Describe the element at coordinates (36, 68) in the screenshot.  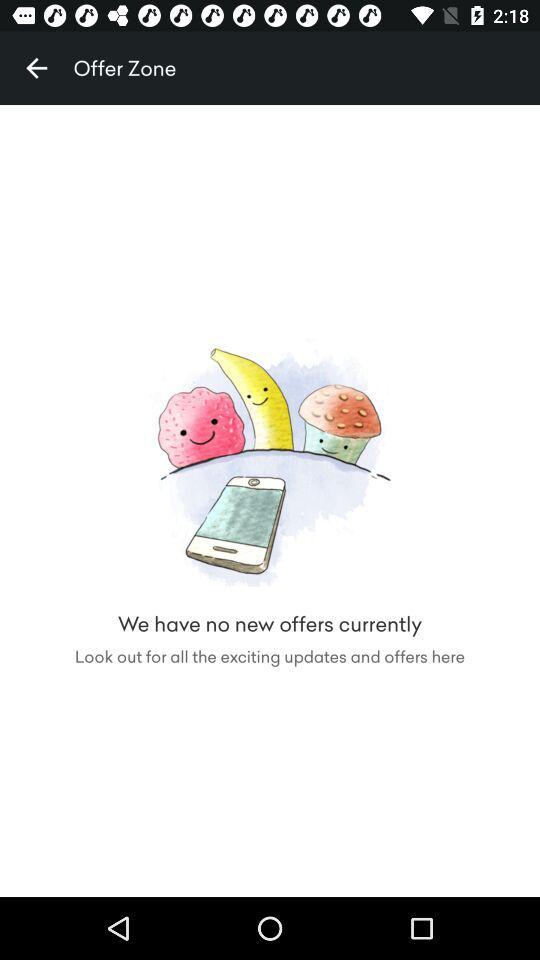
I see `the icon to the left of offer zone item` at that location.